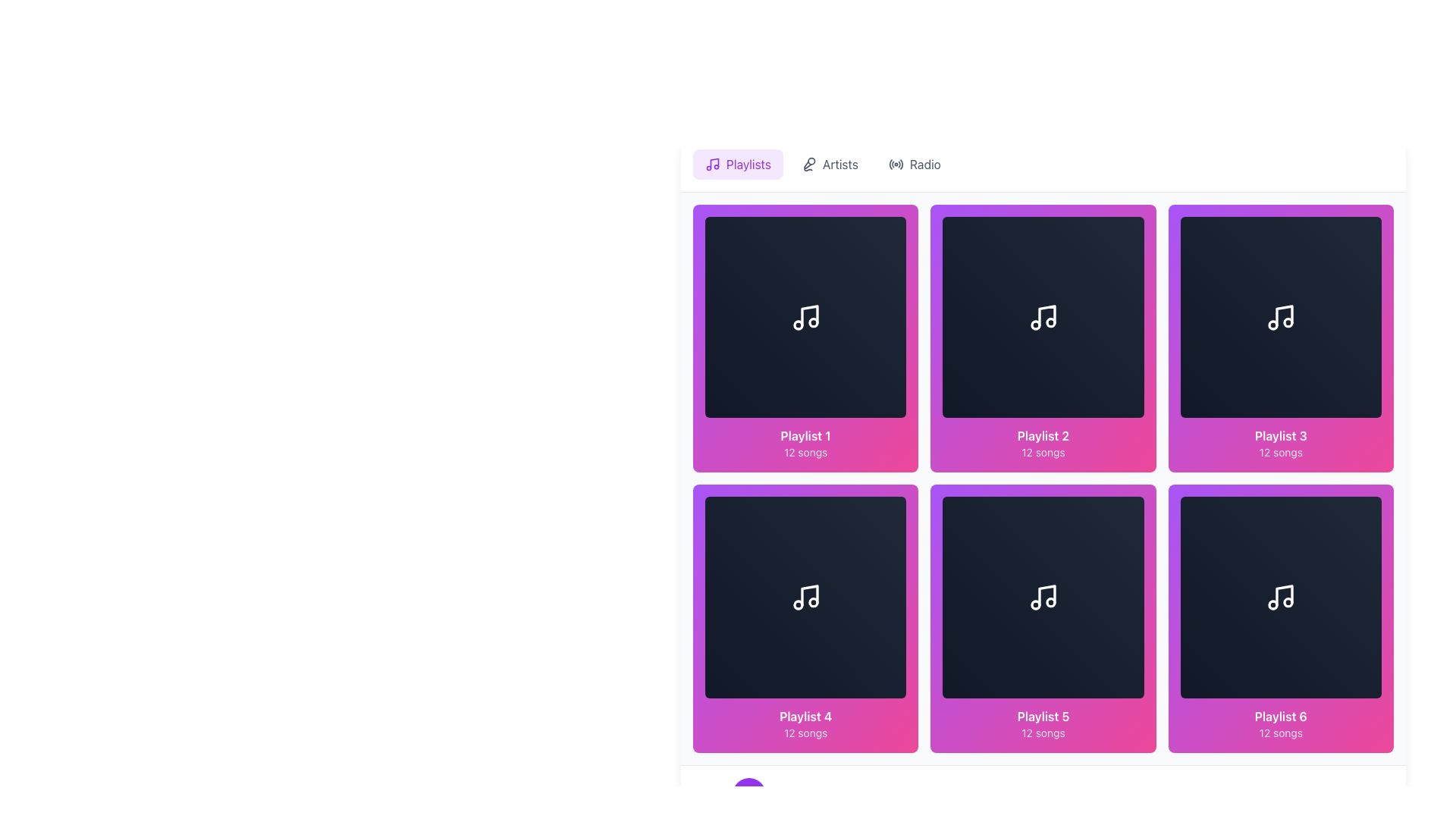 The height and width of the screenshot is (819, 1456). I want to click on the text label displaying the name of the playlist 'Playlist 4', which is located inside the card in the second row, first column of the playlist grid, so click(805, 716).